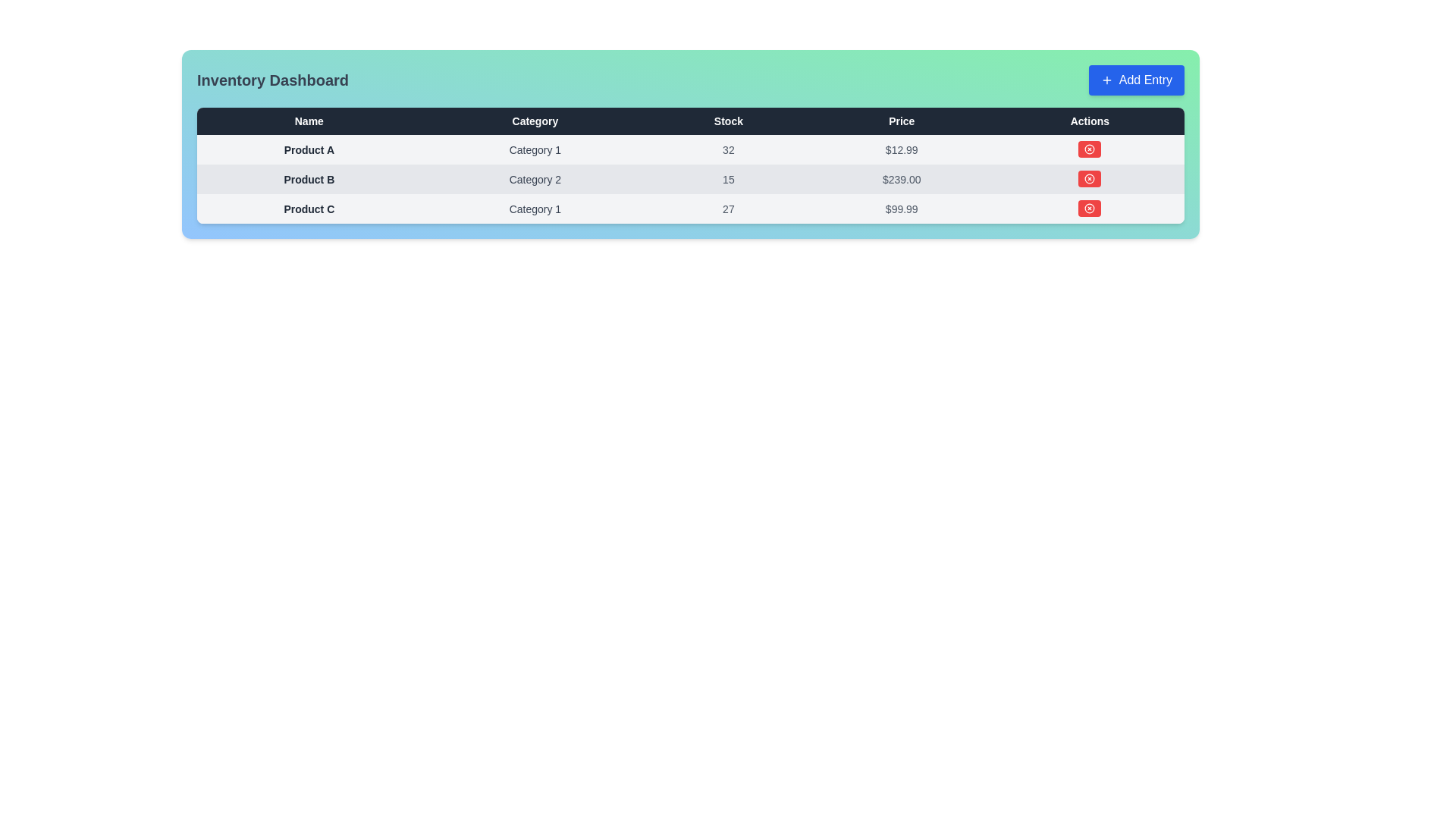 The width and height of the screenshot is (1456, 819). Describe the element at coordinates (1089, 177) in the screenshot. I see `the SVG icon for the delete action located within the 'Actions' column of the inventory table for 'Product B'` at that location.